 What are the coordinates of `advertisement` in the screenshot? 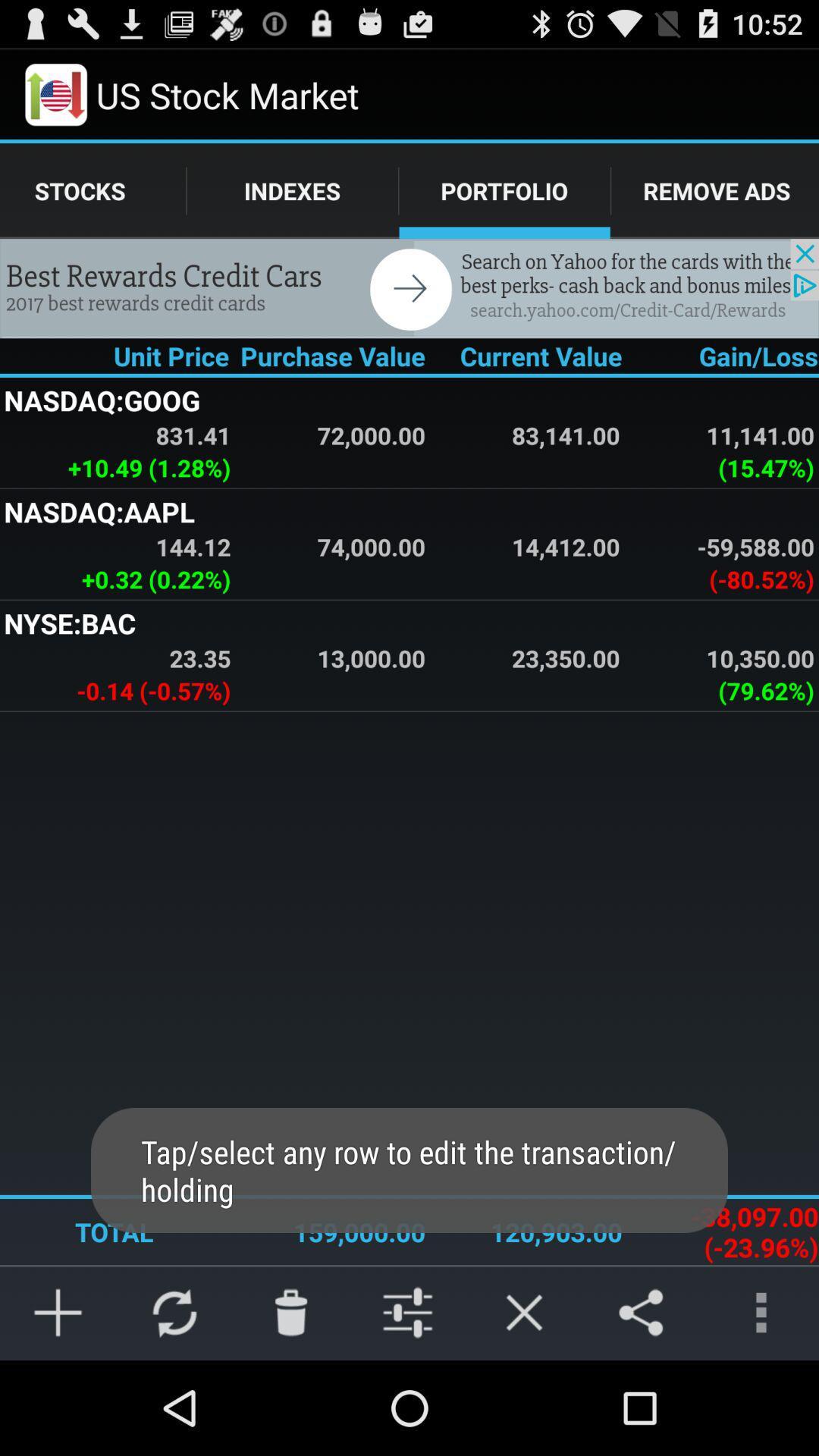 It's located at (409, 288).